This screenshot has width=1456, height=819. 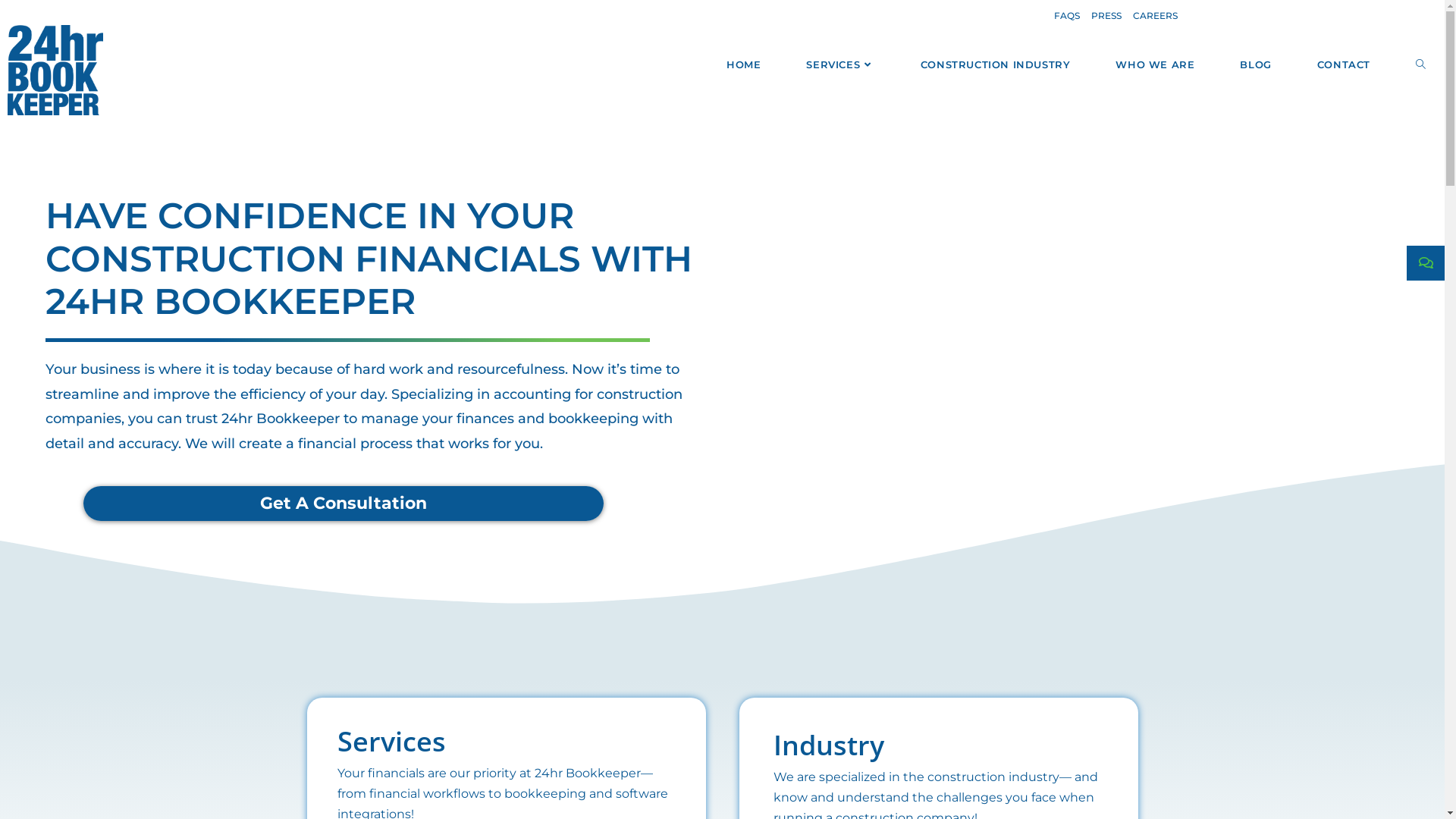 What do you see at coordinates (1255, 63) in the screenshot?
I see `'BLOG'` at bounding box center [1255, 63].